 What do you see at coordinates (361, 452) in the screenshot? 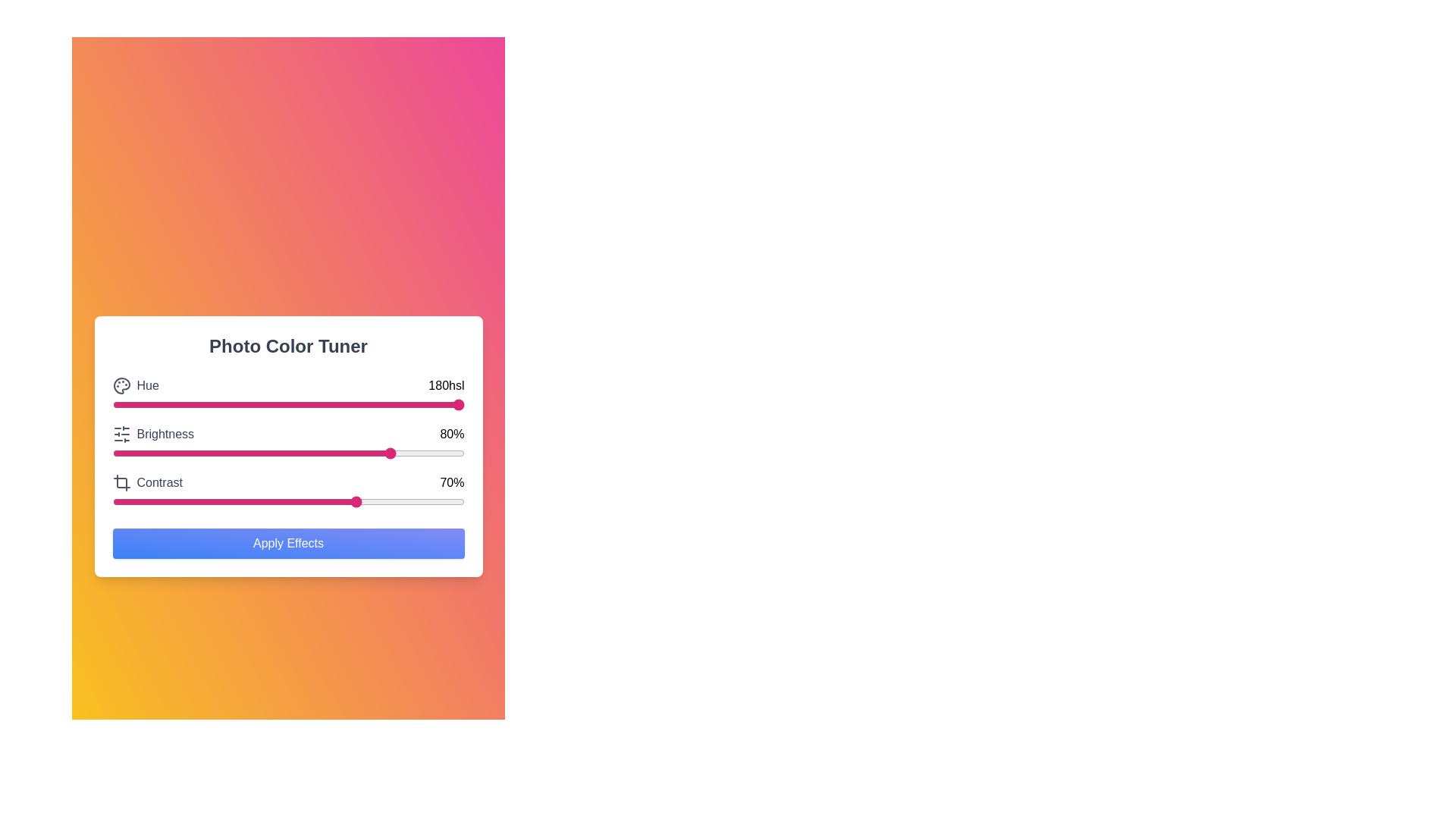
I see `the brightness slider to set the brightness to 71%` at bounding box center [361, 452].